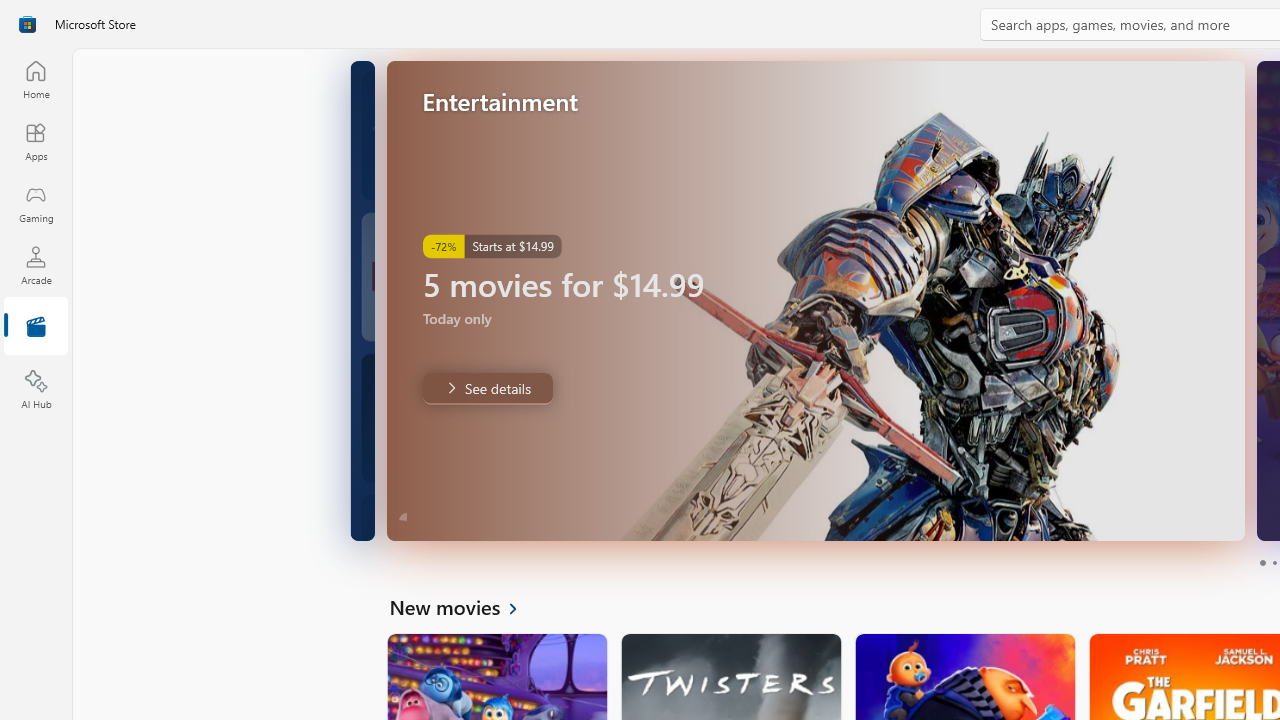 The height and width of the screenshot is (720, 1280). Describe the element at coordinates (27, 24) in the screenshot. I see `'Class: Image'` at that location.